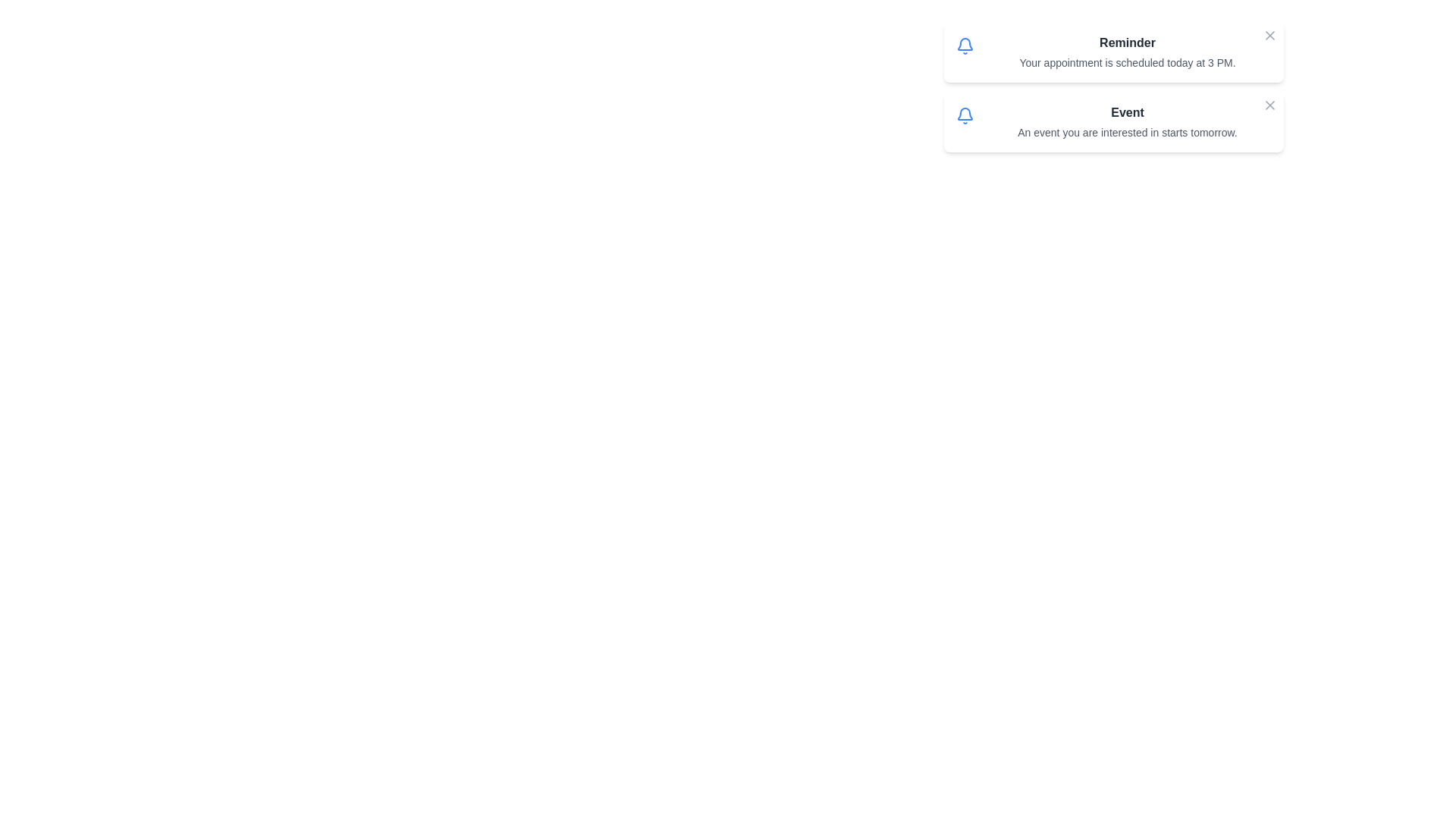  I want to click on the text label displaying 'Your appointment is scheduled today at 3 PM.' which is located below the 'Reminder' title in the notification card, so click(1128, 62).